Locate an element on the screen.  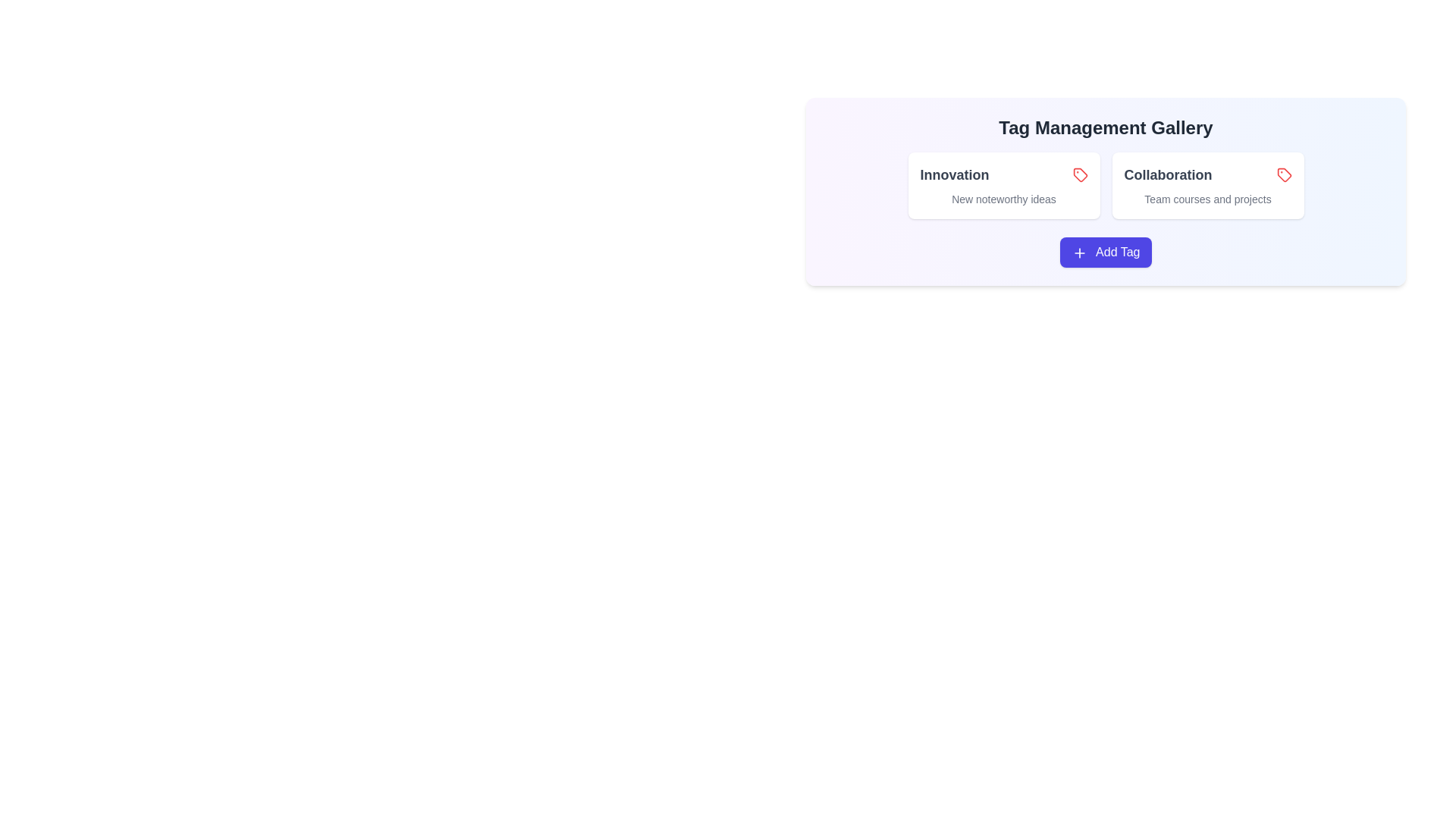
the first card component in the grid with a title 'Innovation', which has a white background, rounded corners, and a small red tag icon on the right is located at coordinates (1004, 185).